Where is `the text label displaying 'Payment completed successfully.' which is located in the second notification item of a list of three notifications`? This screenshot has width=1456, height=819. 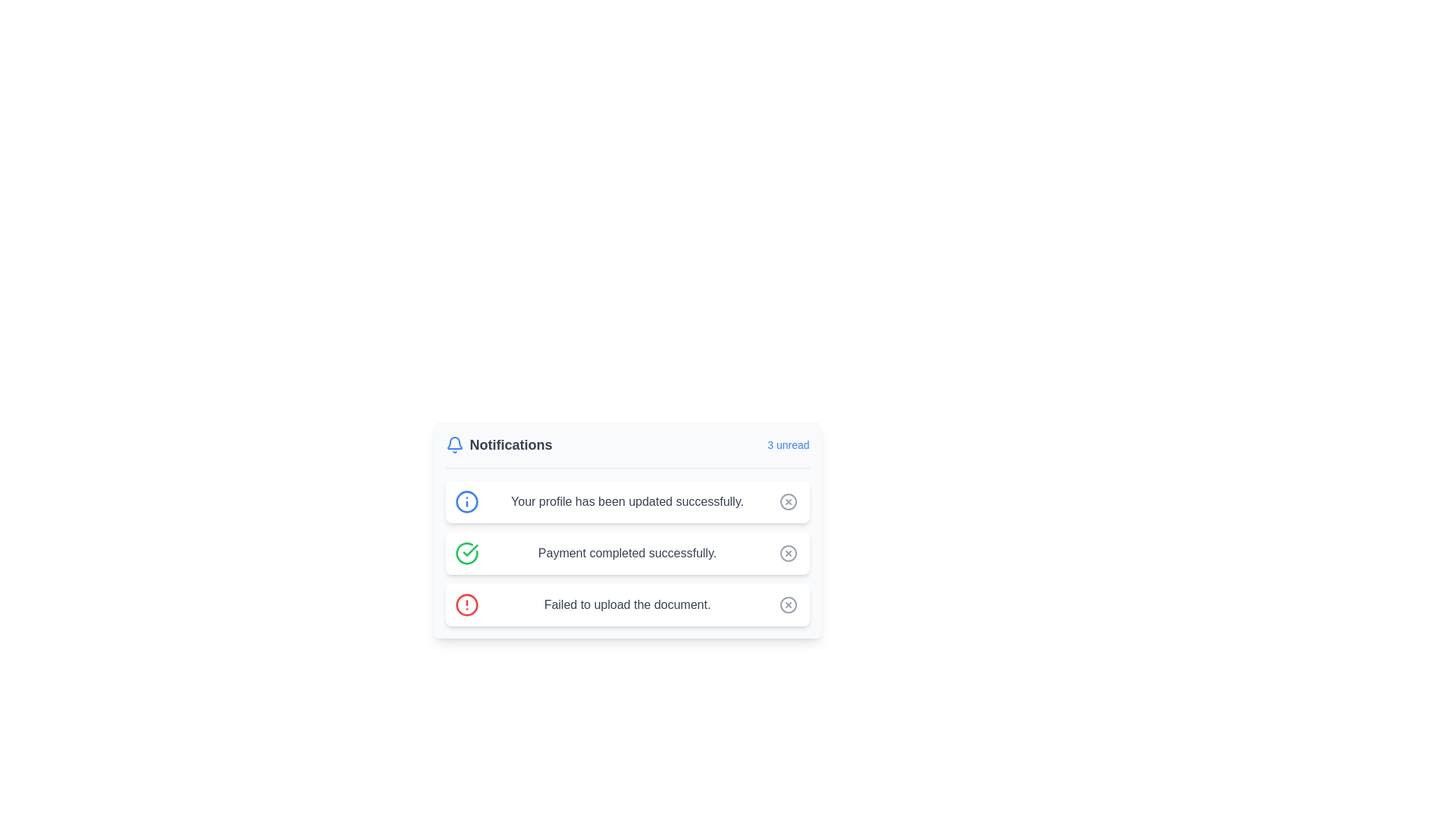 the text label displaying 'Payment completed successfully.' which is located in the second notification item of a list of three notifications is located at coordinates (627, 553).